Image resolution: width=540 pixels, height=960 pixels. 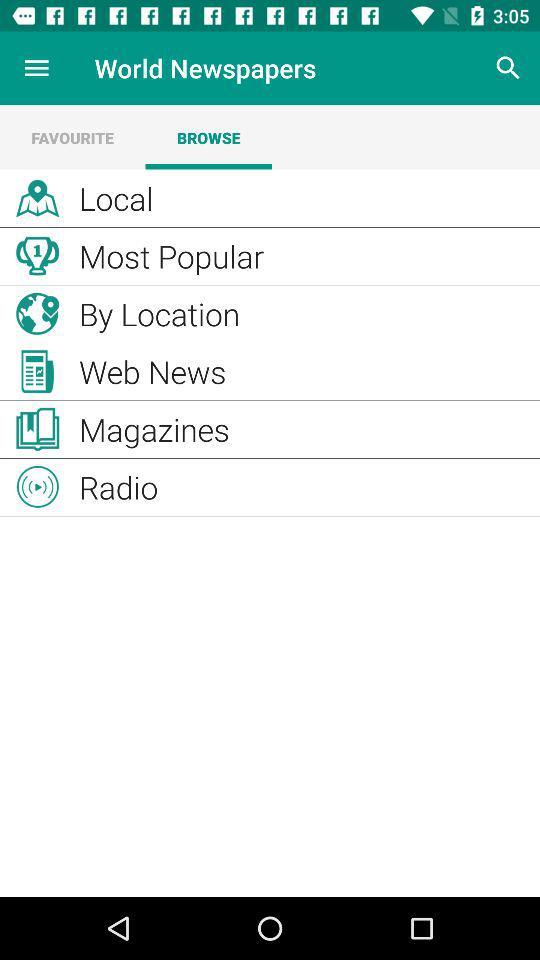 I want to click on item next to the world newspapers icon, so click(x=36, y=68).